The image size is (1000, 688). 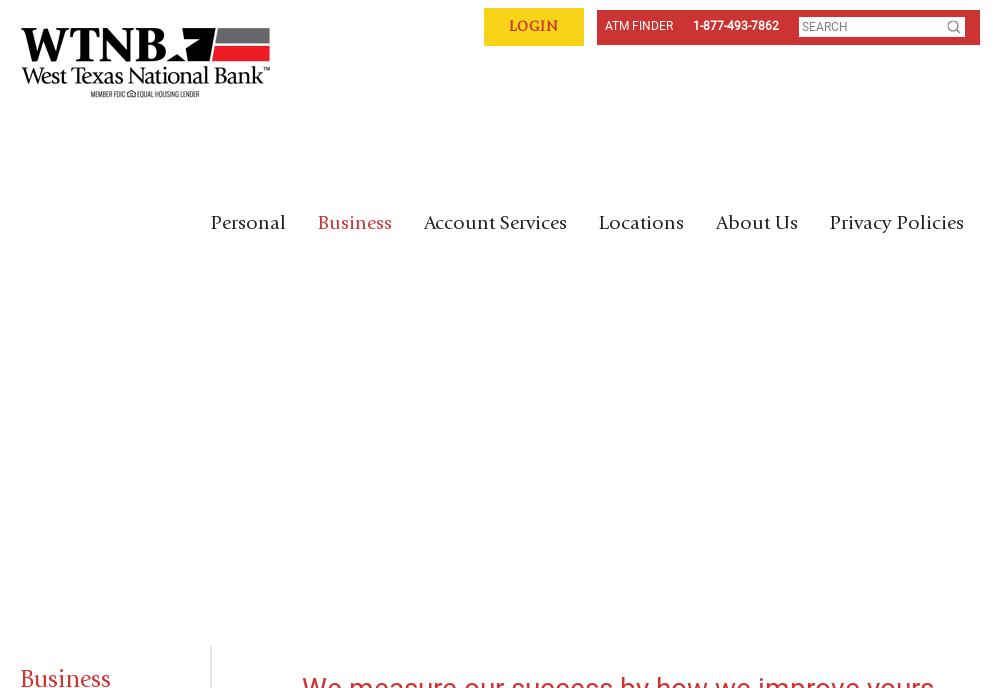 What do you see at coordinates (735, 26) in the screenshot?
I see `'1-877-493-7862'` at bounding box center [735, 26].